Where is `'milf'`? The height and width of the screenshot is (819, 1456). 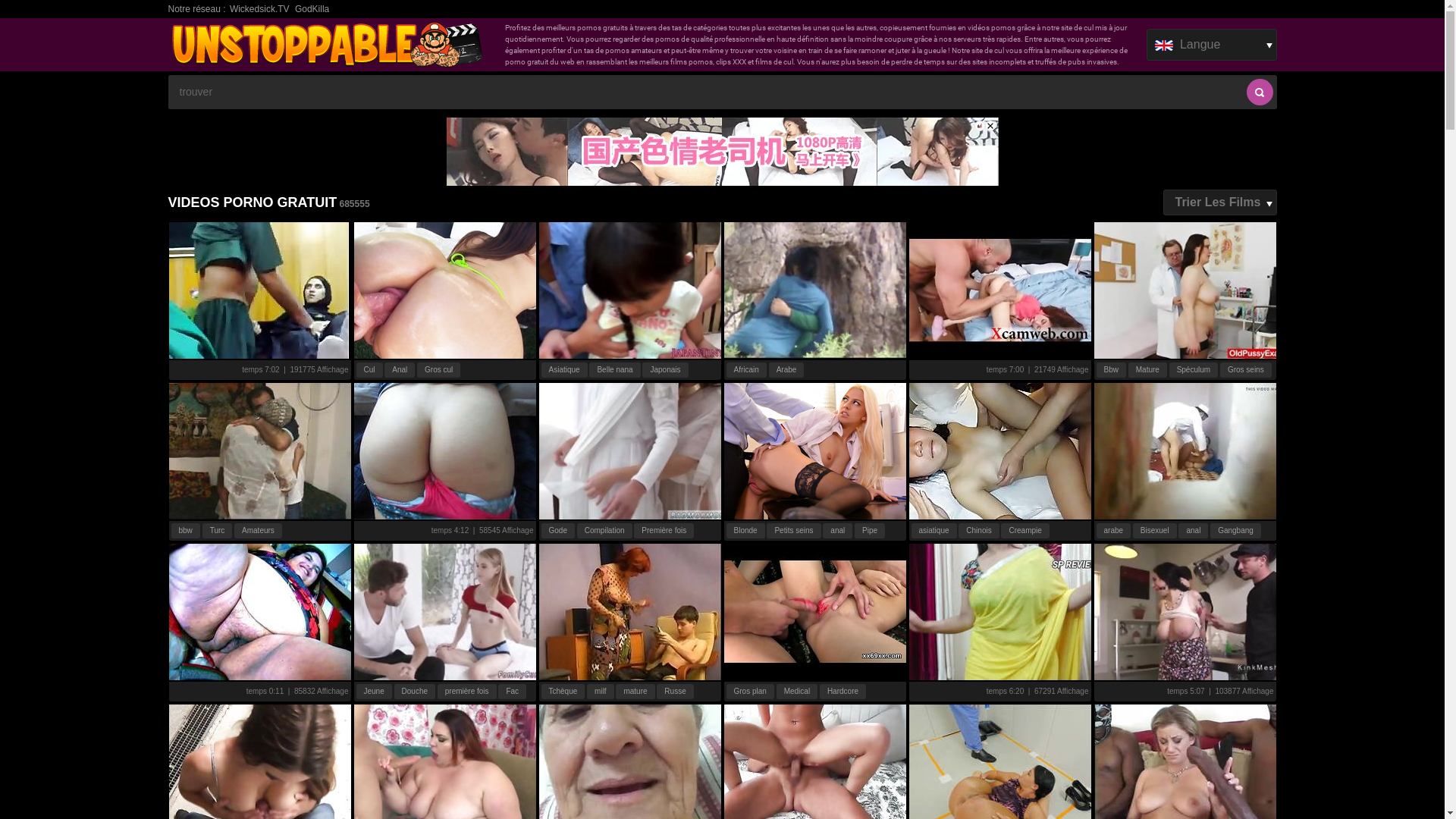 'milf' is located at coordinates (600, 691).